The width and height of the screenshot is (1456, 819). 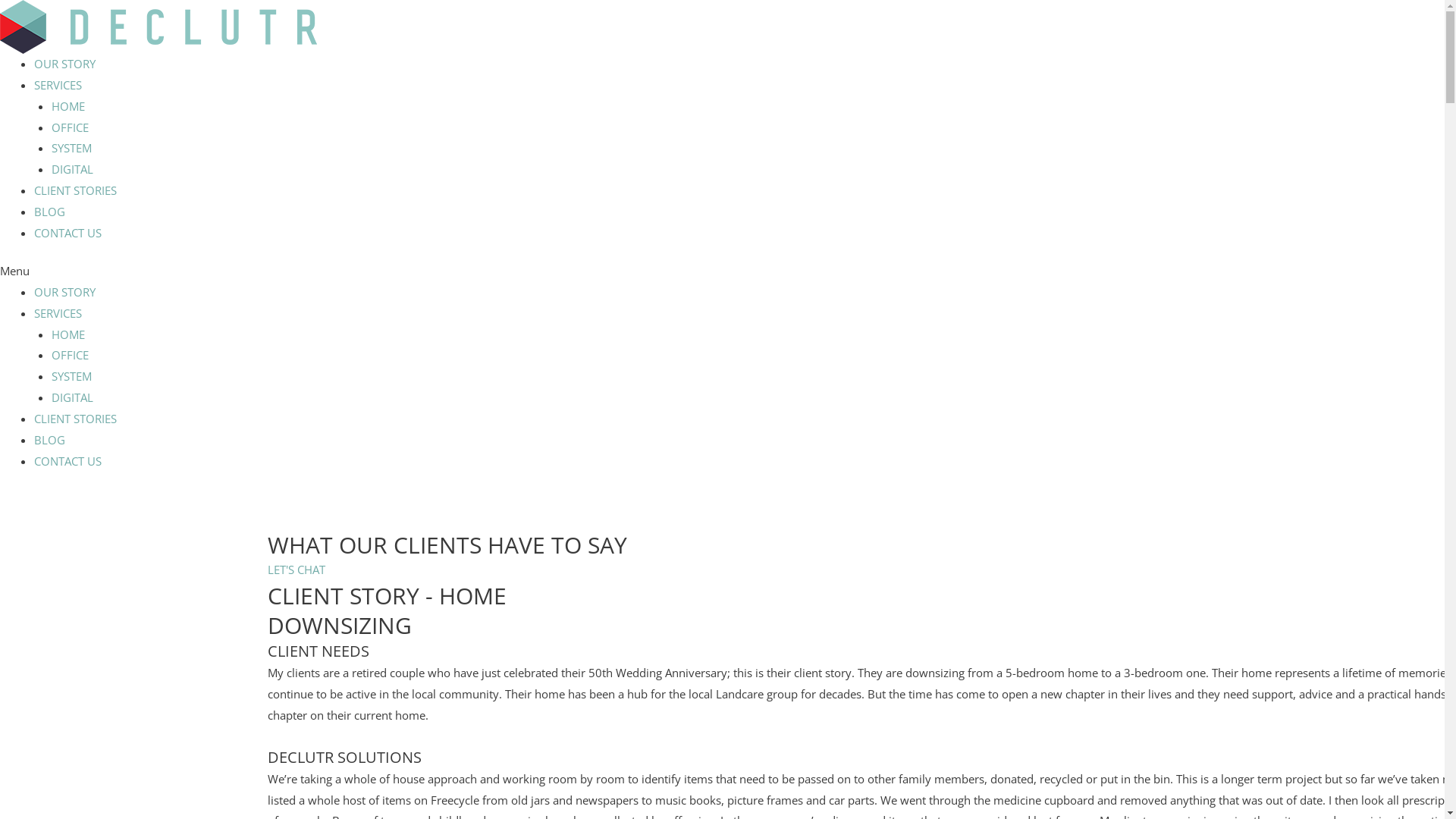 I want to click on 'HOME', so click(x=67, y=333).